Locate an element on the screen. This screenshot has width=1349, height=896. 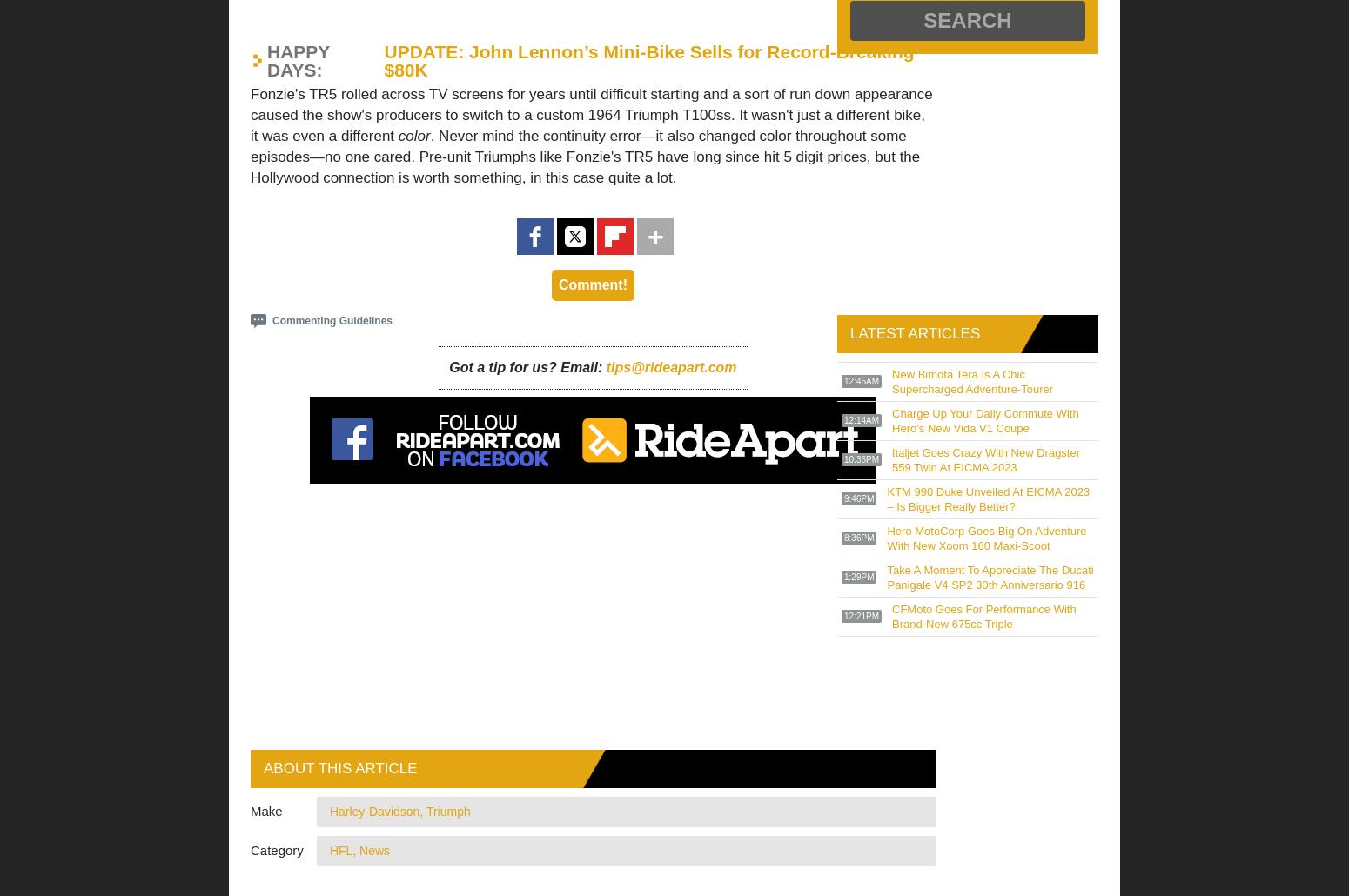
'About this article' is located at coordinates (340, 767).